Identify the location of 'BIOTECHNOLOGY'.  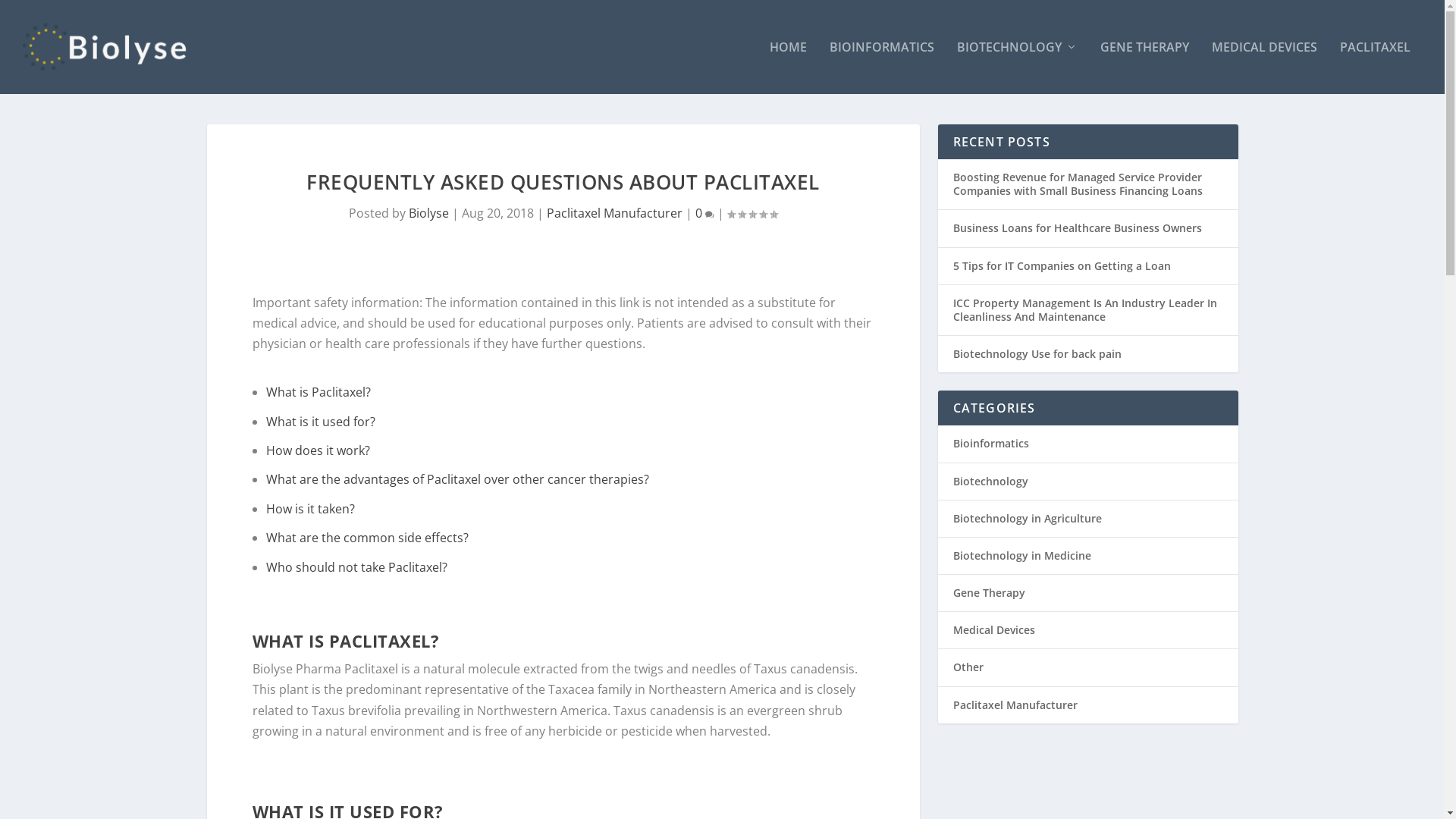
(1017, 66).